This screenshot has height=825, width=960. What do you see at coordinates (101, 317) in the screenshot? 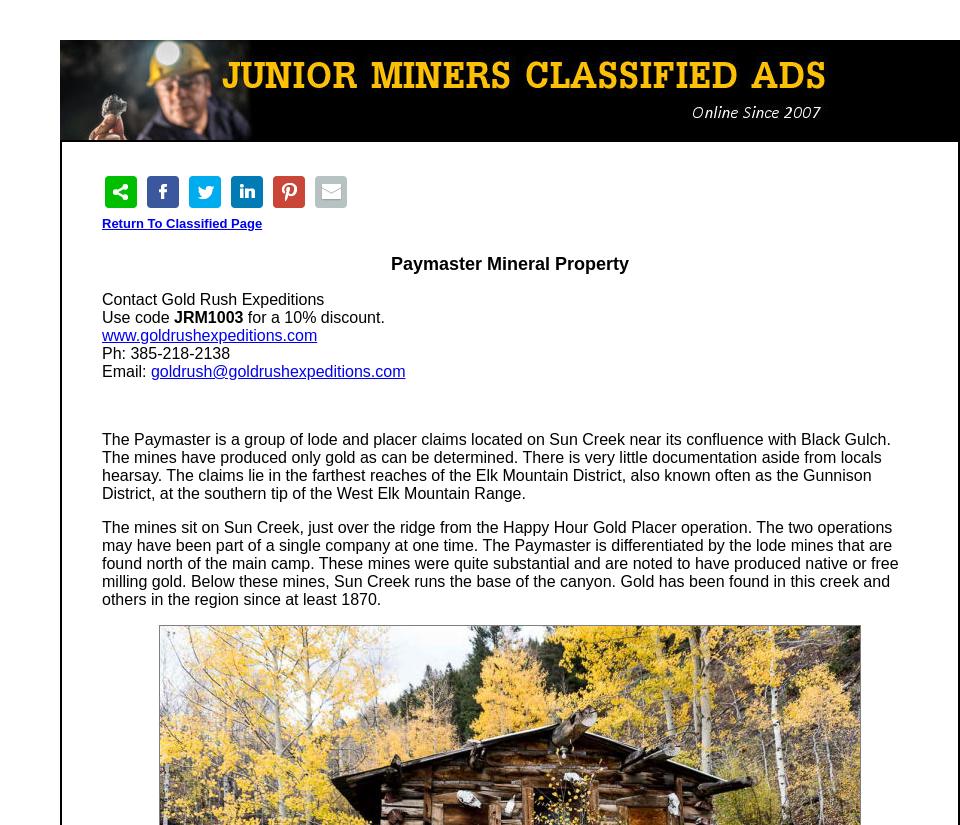
I see `'Use code'` at bounding box center [101, 317].